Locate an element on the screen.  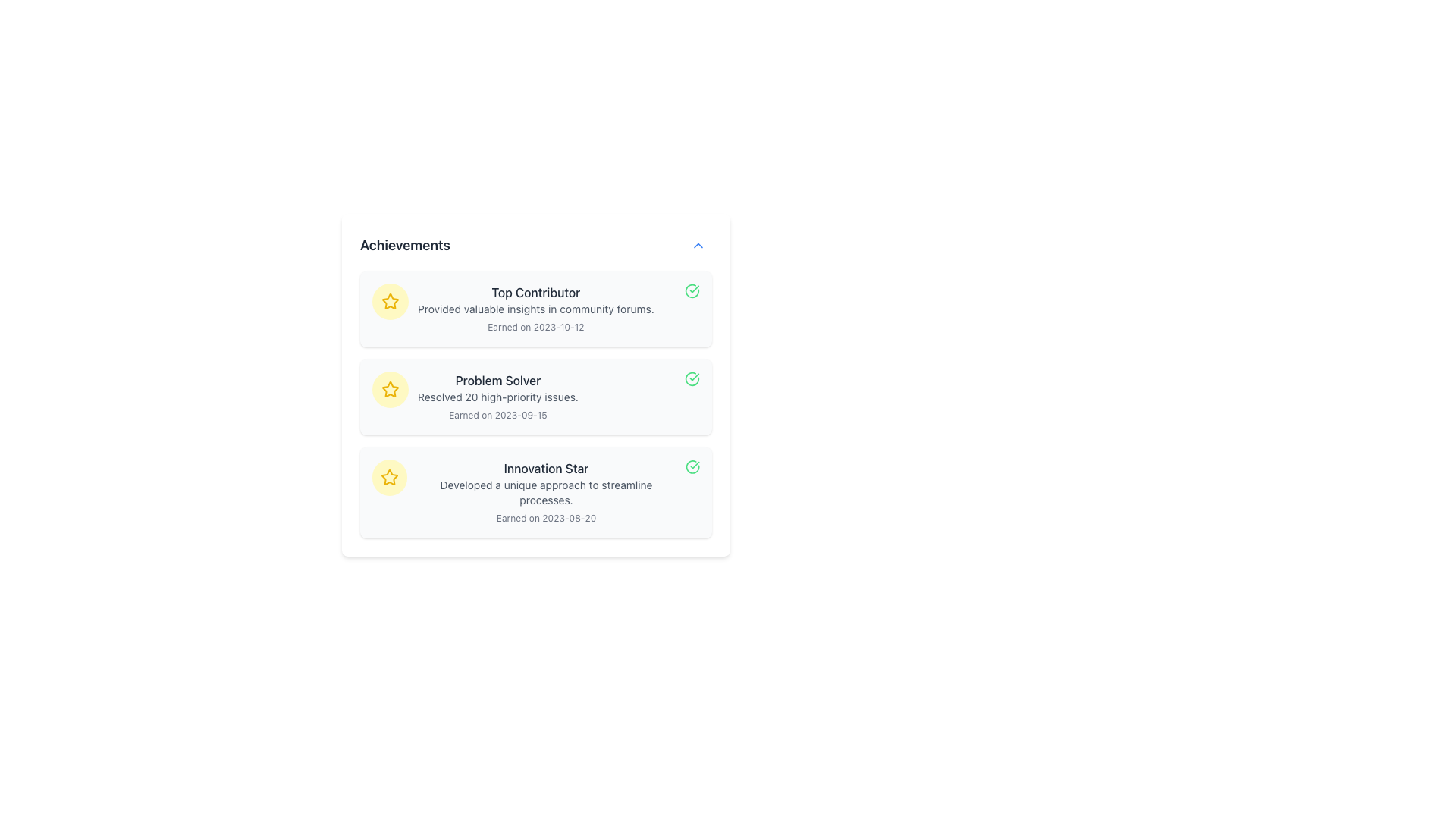
the second item in the 'Achievements' list, which is labeled 'Problem Solver', to perform actions on adjacent elements is located at coordinates (535, 403).